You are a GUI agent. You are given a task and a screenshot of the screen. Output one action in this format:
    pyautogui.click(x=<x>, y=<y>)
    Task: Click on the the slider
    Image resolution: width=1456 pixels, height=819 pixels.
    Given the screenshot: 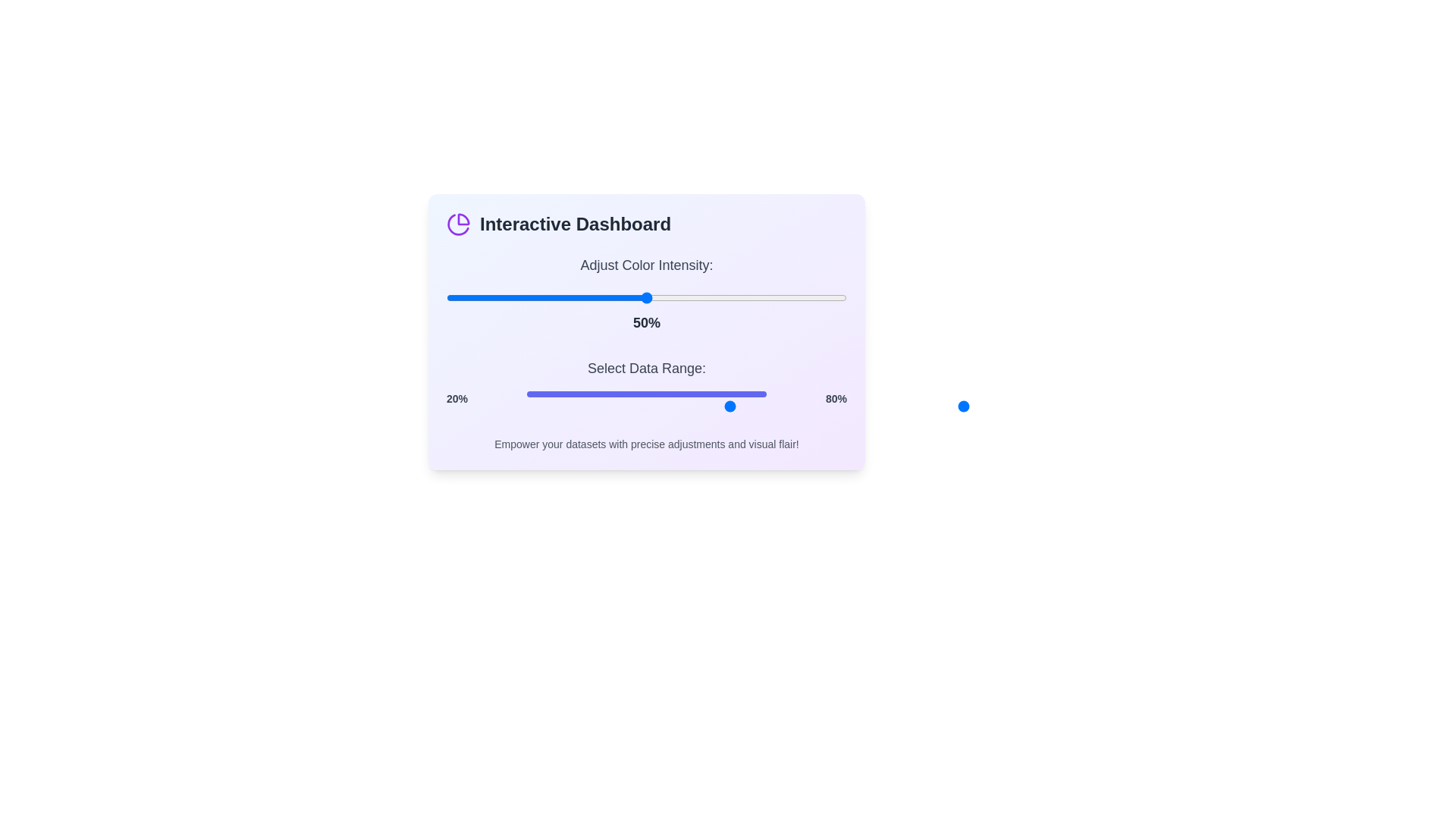 What is the action you would take?
    pyautogui.click(x=457, y=298)
    